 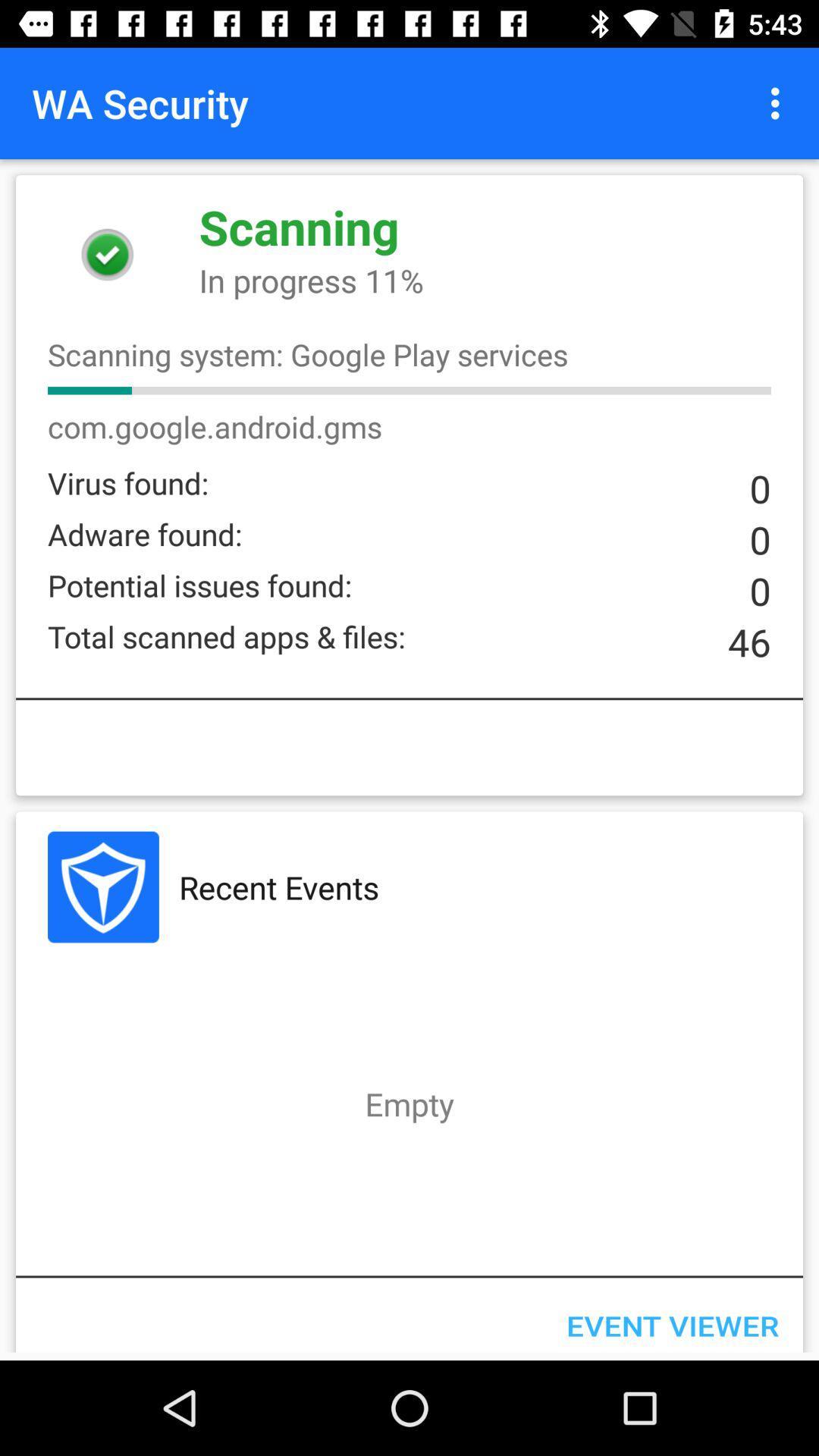 I want to click on item above in progress 11% item, so click(x=779, y=102).